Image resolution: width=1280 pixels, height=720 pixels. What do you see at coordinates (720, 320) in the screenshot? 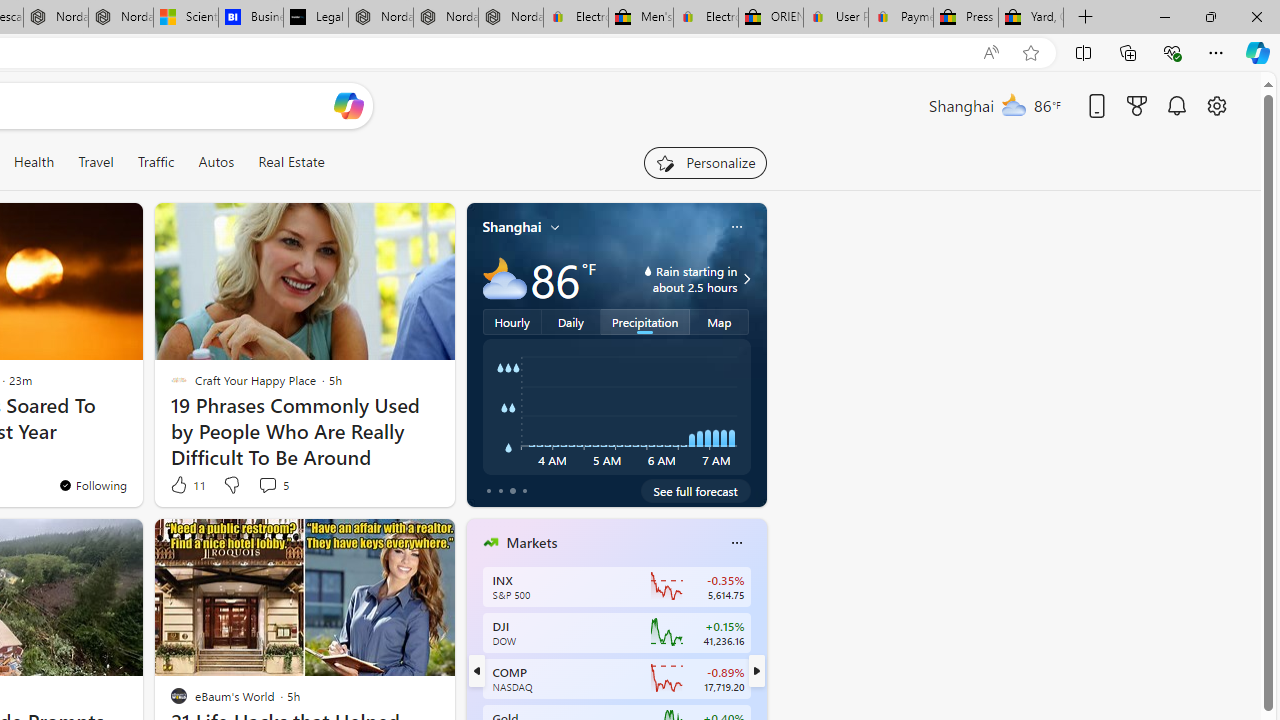
I see `'Map'` at bounding box center [720, 320].